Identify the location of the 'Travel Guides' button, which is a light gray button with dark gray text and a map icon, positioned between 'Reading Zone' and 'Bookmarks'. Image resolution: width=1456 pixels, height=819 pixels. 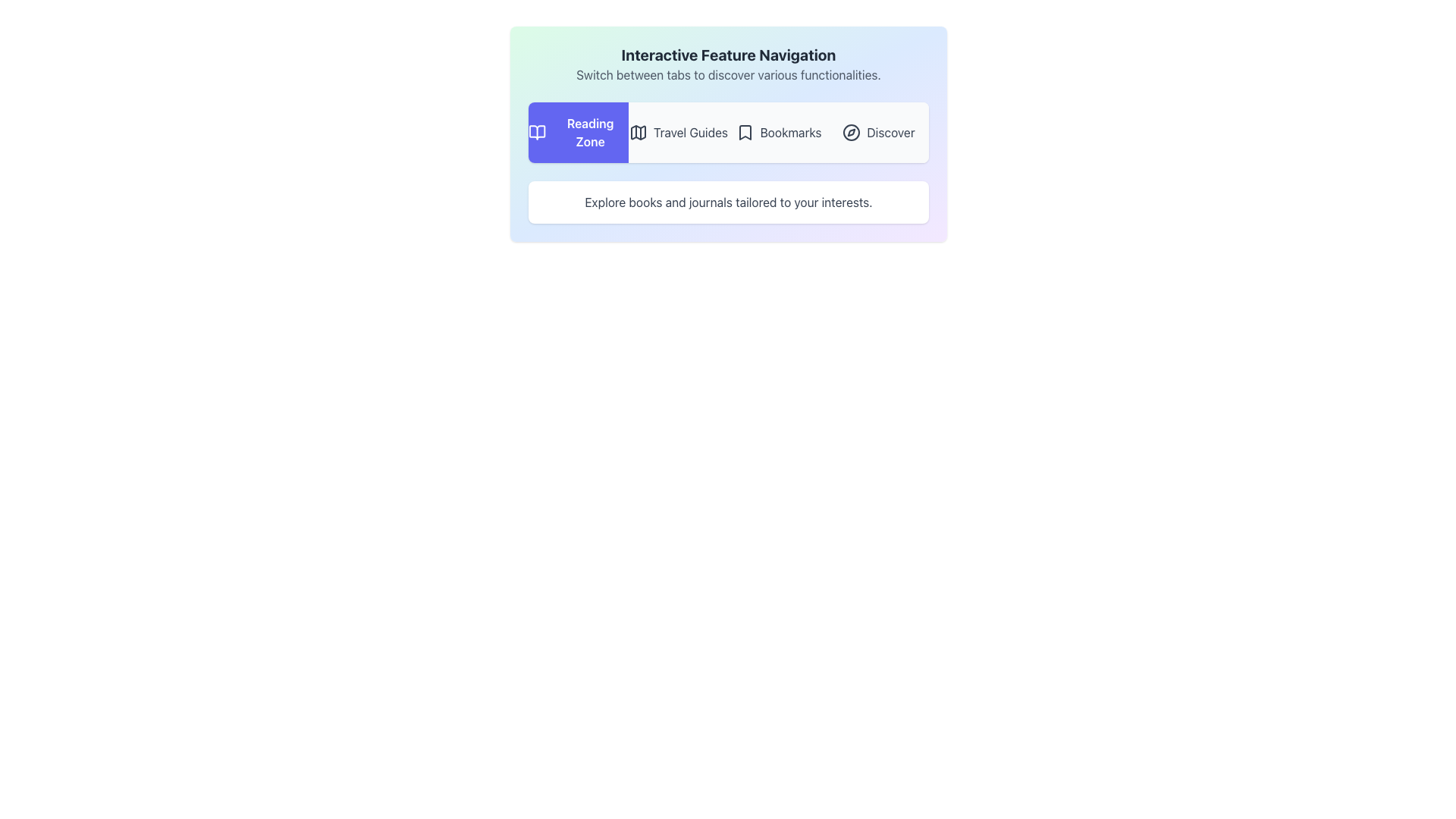
(677, 131).